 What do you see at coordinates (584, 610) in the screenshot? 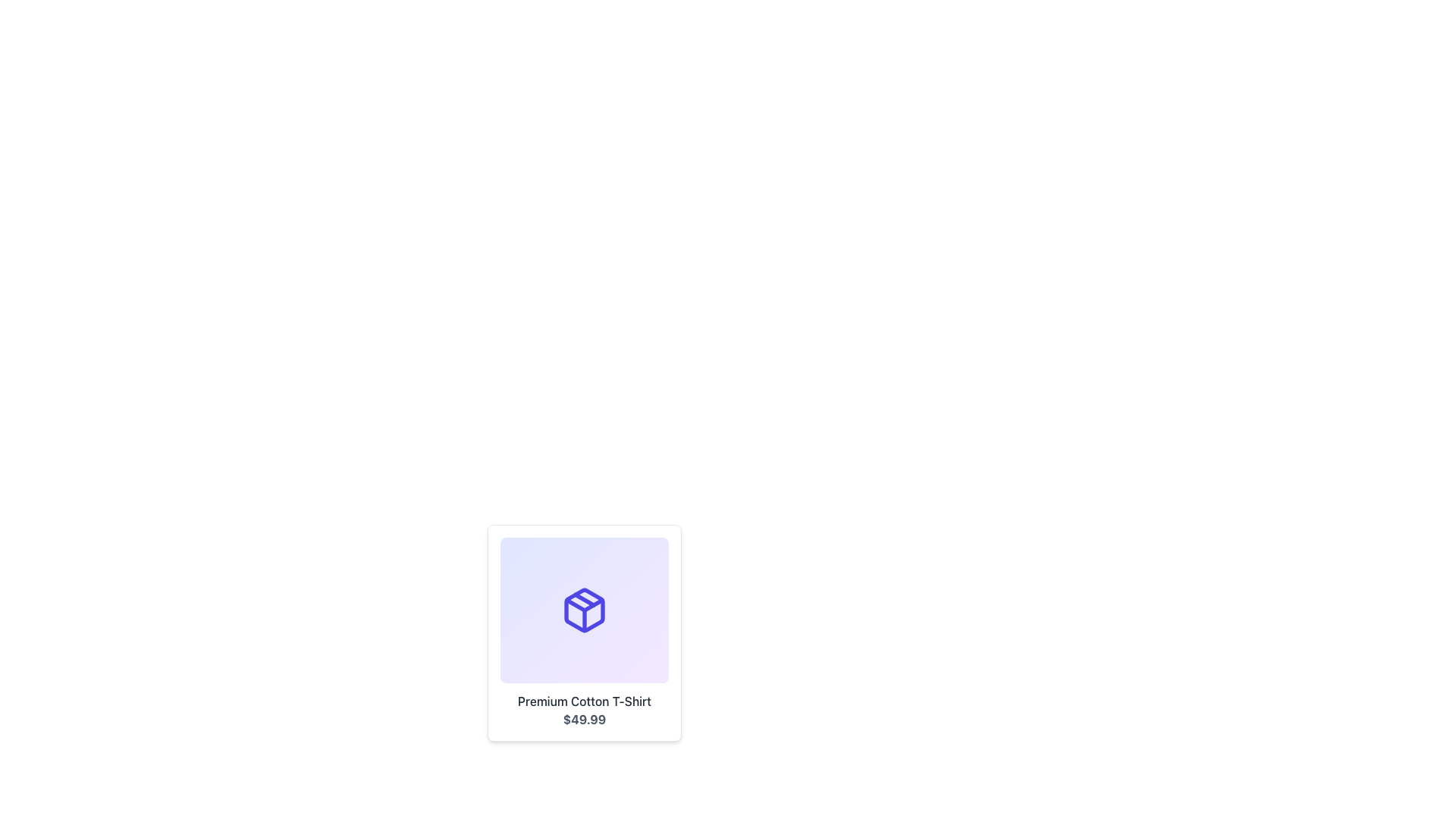
I see `the blue cube-shaped icon with a 3D impression located at the center of the SVG graphic in the card component` at bounding box center [584, 610].